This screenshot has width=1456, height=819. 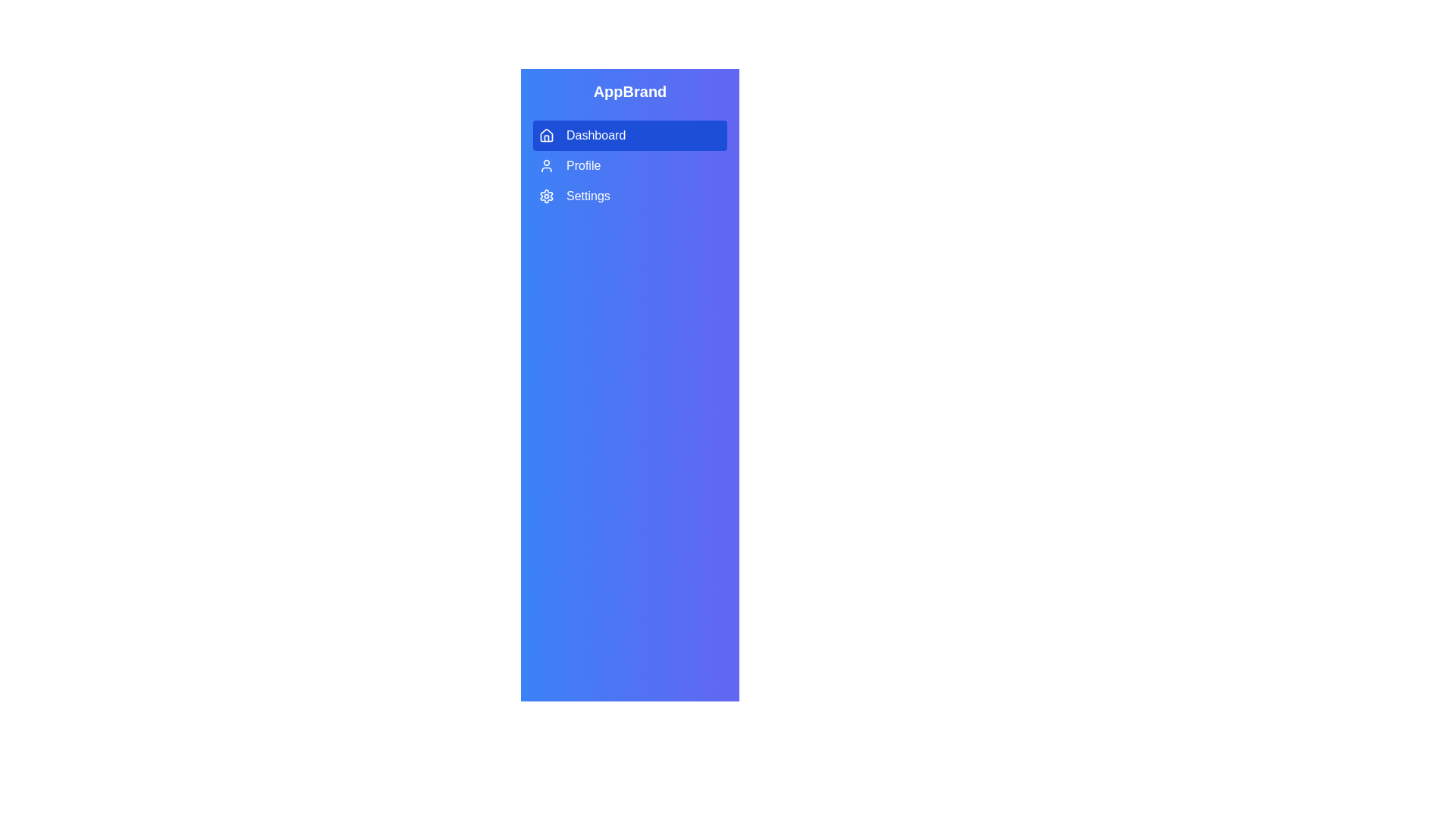 I want to click on the third navigation menu item in the left side panel, so click(x=629, y=195).